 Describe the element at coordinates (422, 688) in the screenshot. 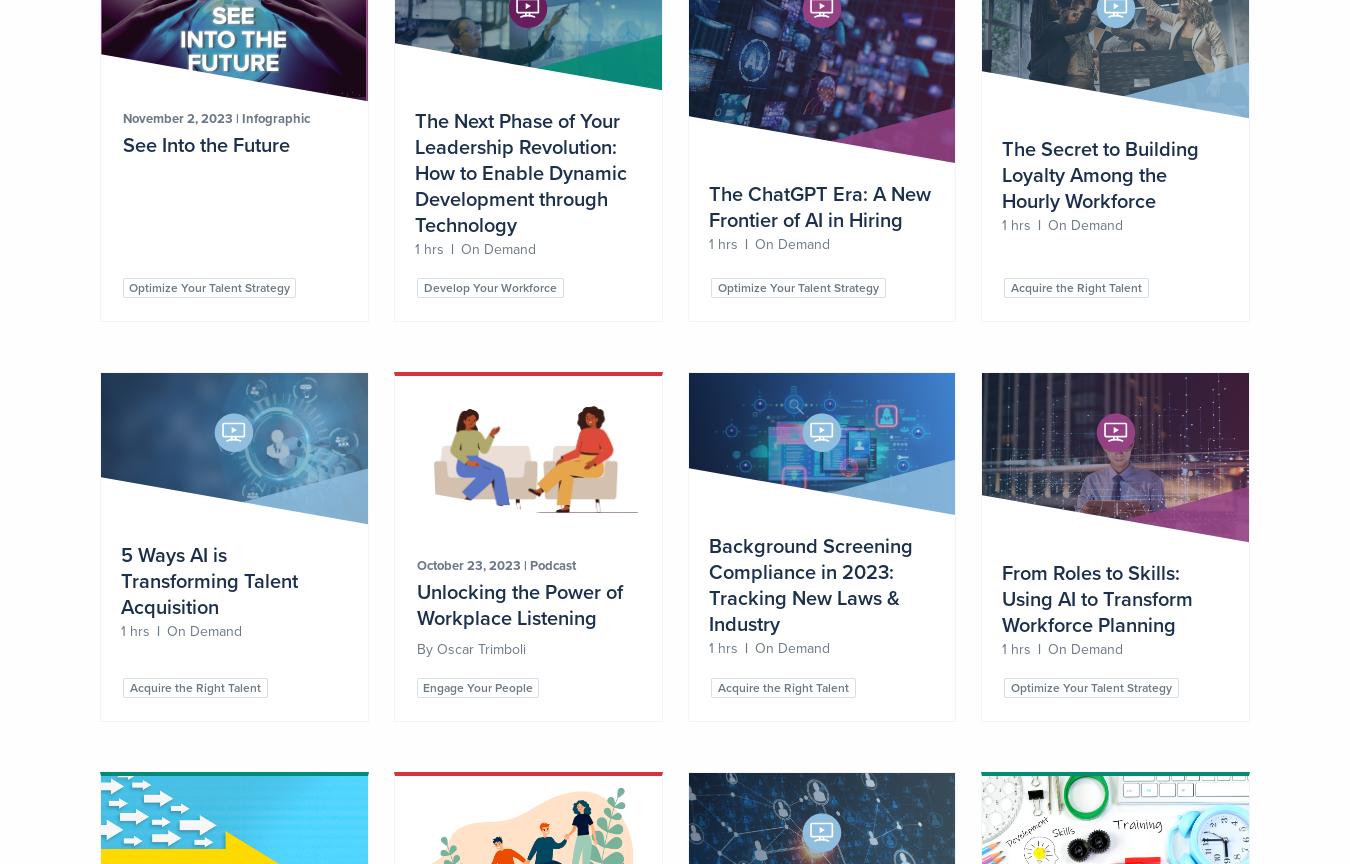

I see `'Engage Your People'` at that location.